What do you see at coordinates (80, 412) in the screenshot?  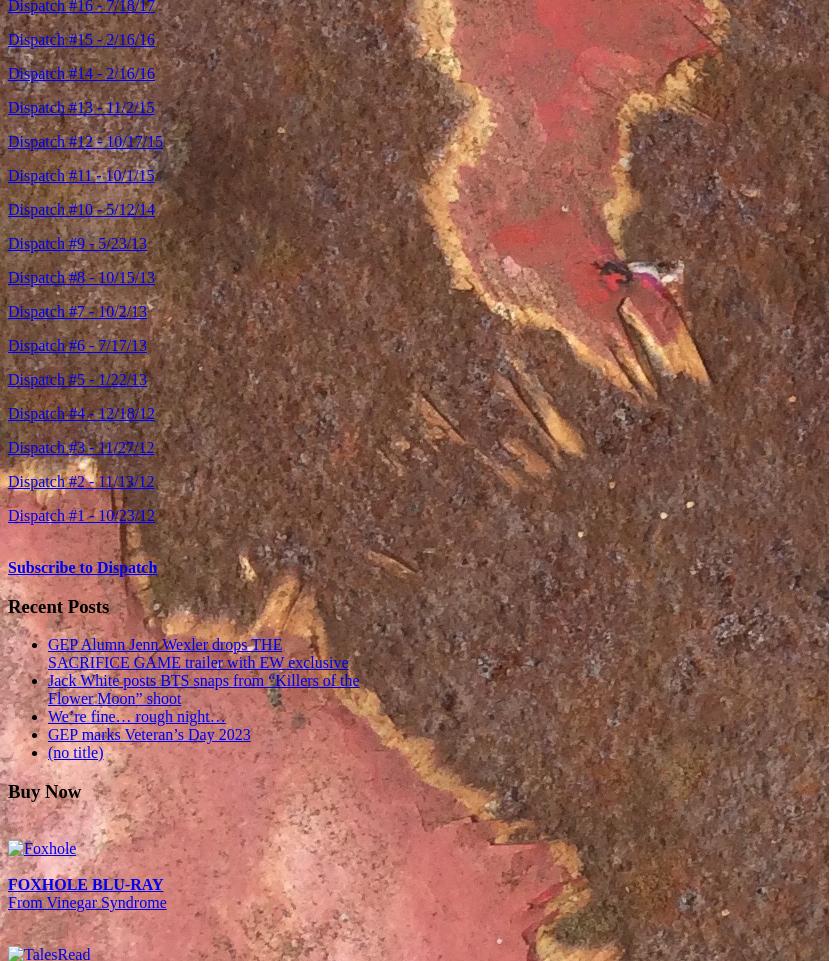 I see `'Dispatch #4 - 12/18/12'` at bounding box center [80, 412].